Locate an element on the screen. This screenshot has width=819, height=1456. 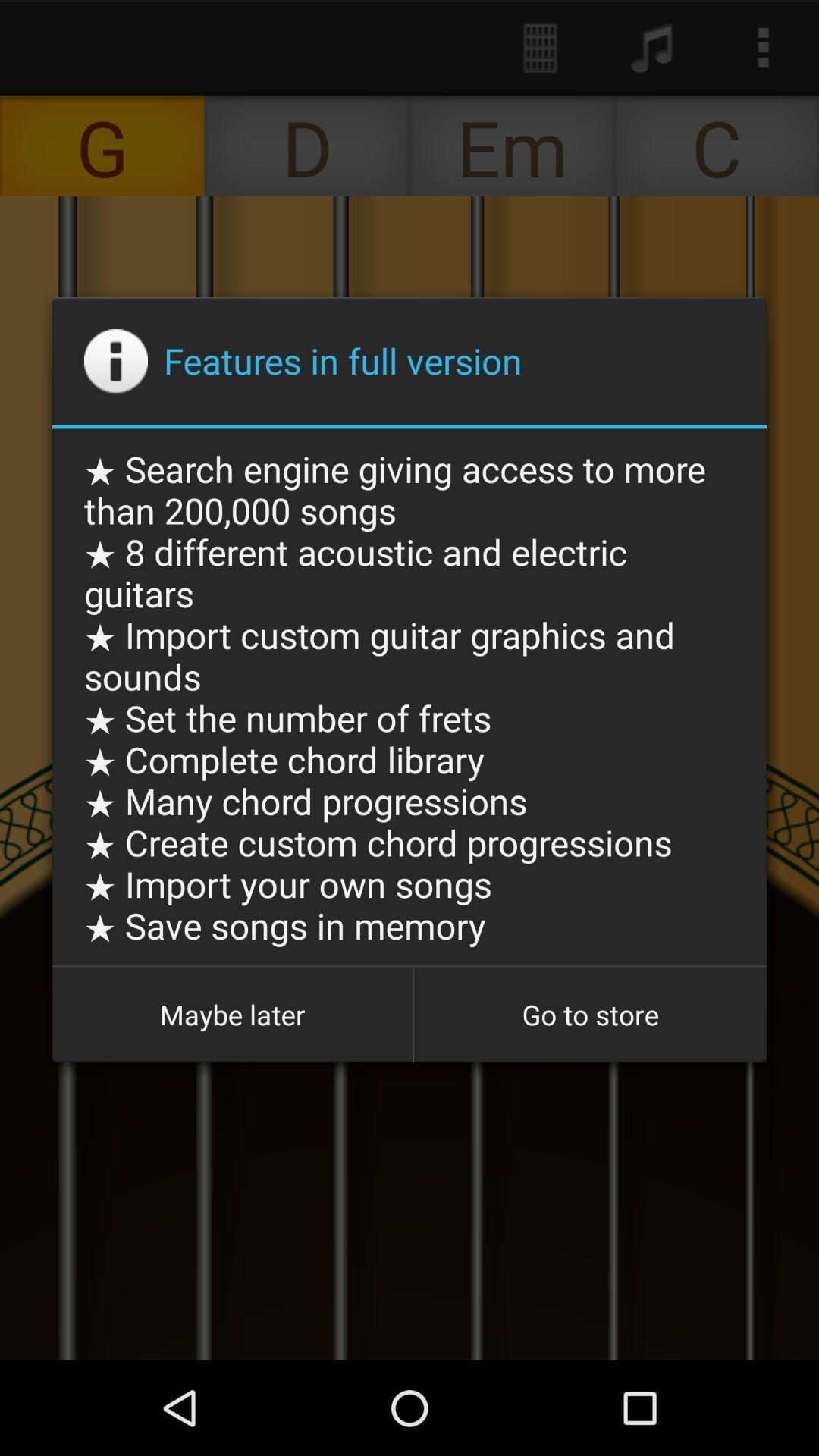
the go to store item is located at coordinates (589, 1015).